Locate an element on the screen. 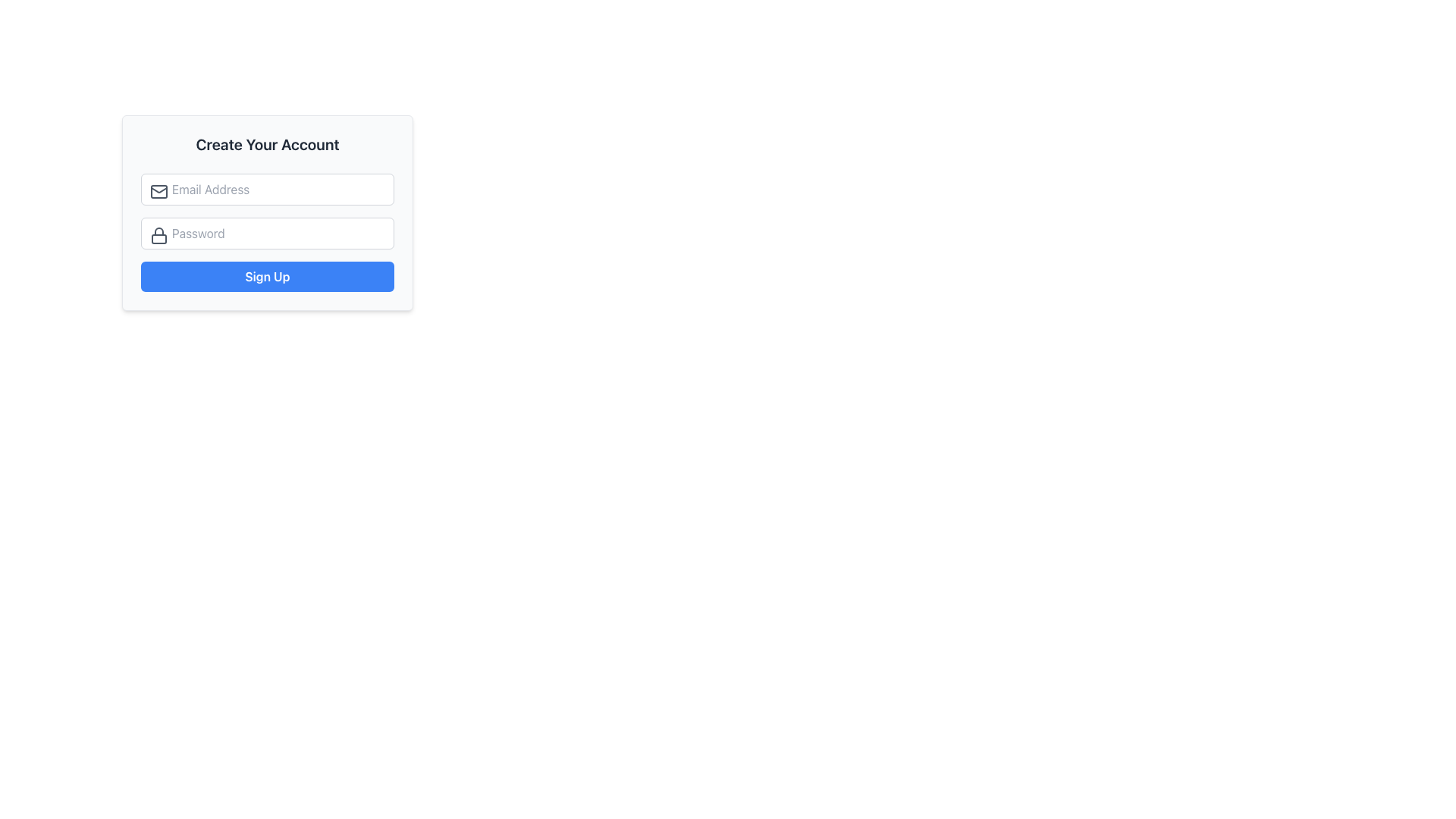  the bottom section of the lock icon, which is a rectangular shape with rounded corners, located inside a security-related visual representation adjacent to the password input field is located at coordinates (159, 239).